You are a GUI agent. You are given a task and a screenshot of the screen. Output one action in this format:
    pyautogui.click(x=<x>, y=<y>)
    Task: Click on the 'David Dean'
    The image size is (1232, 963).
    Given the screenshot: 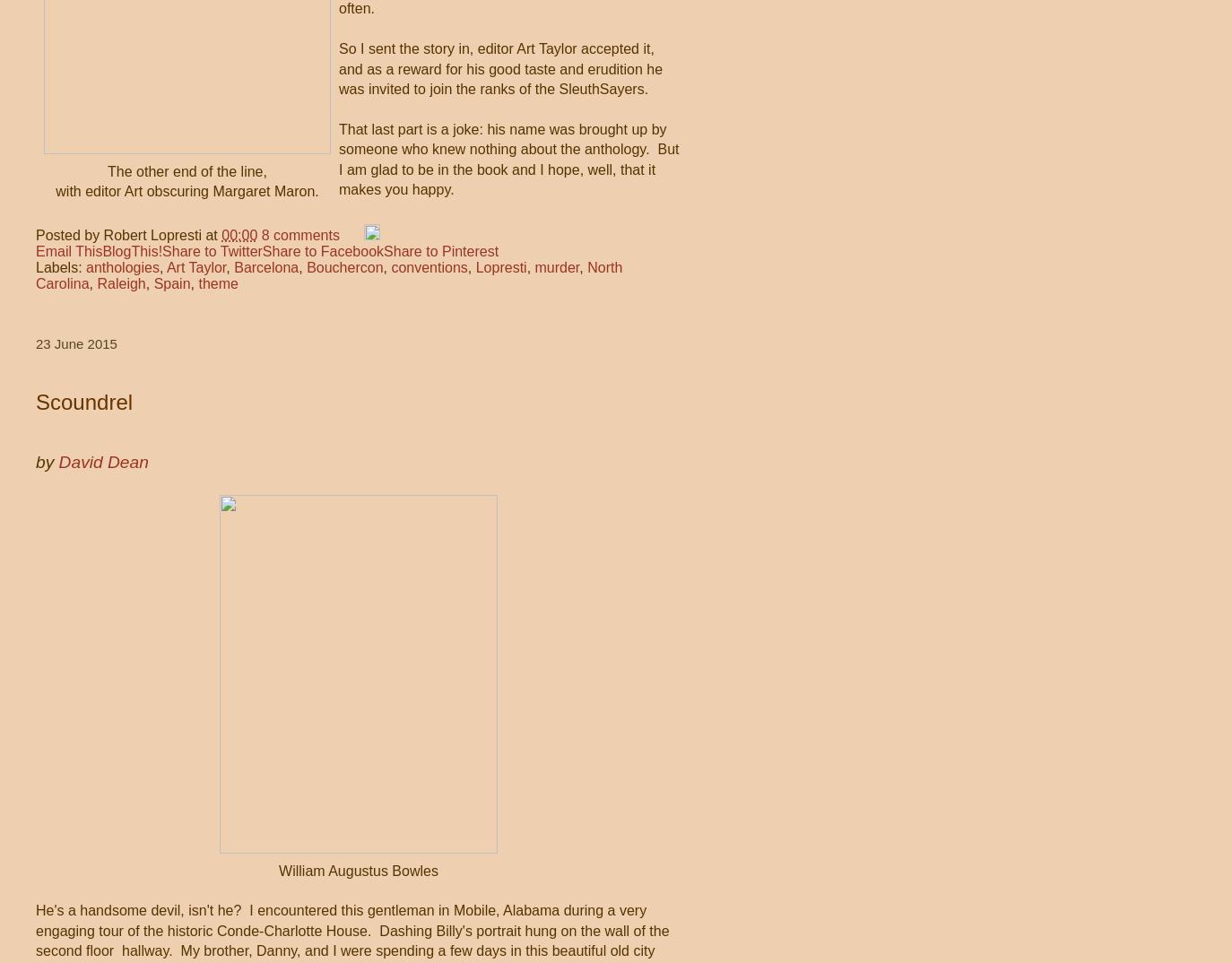 What is the action you would take?
    pyautogui.click(x=56, y=461)
    